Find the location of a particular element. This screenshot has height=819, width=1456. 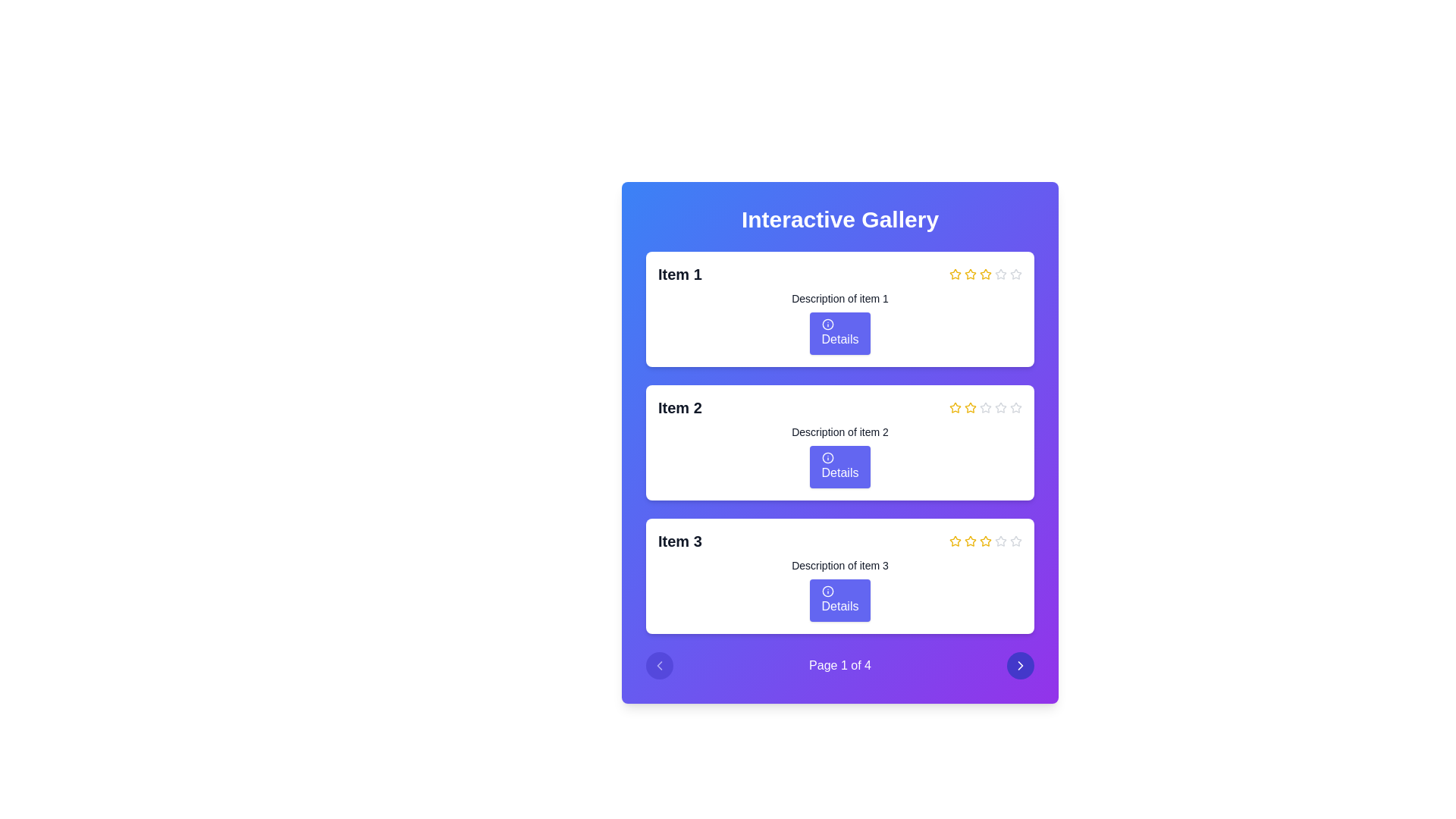

the second star icon in the rating indicator for 'Item 2' is located at coordinates (954, 406).